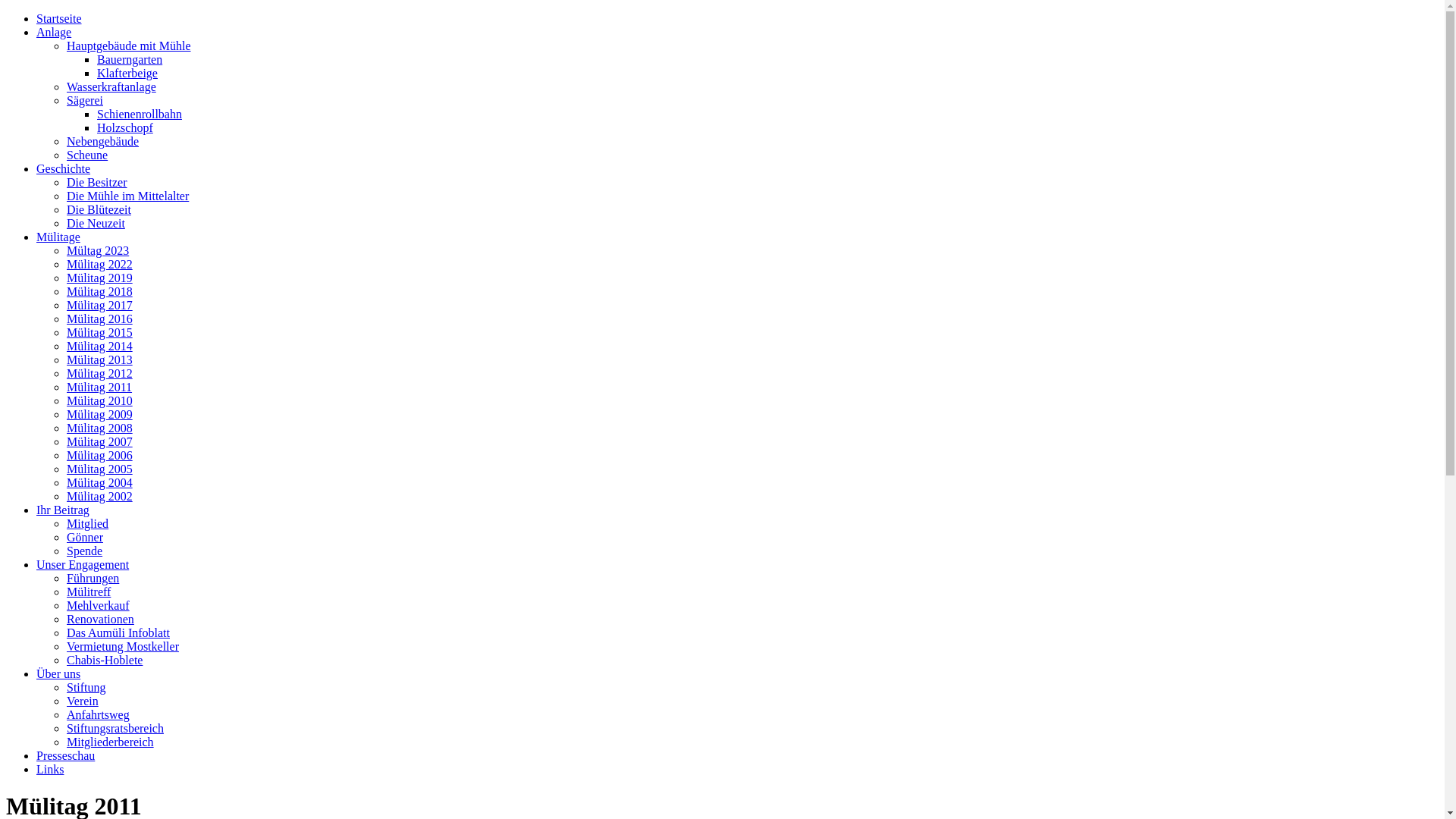 Image resolution: width=1456 pixels, height=819 pixels. Describe the element at coordinates (86, 522) in the screenshot. I see `'Mitglied'` at that location.